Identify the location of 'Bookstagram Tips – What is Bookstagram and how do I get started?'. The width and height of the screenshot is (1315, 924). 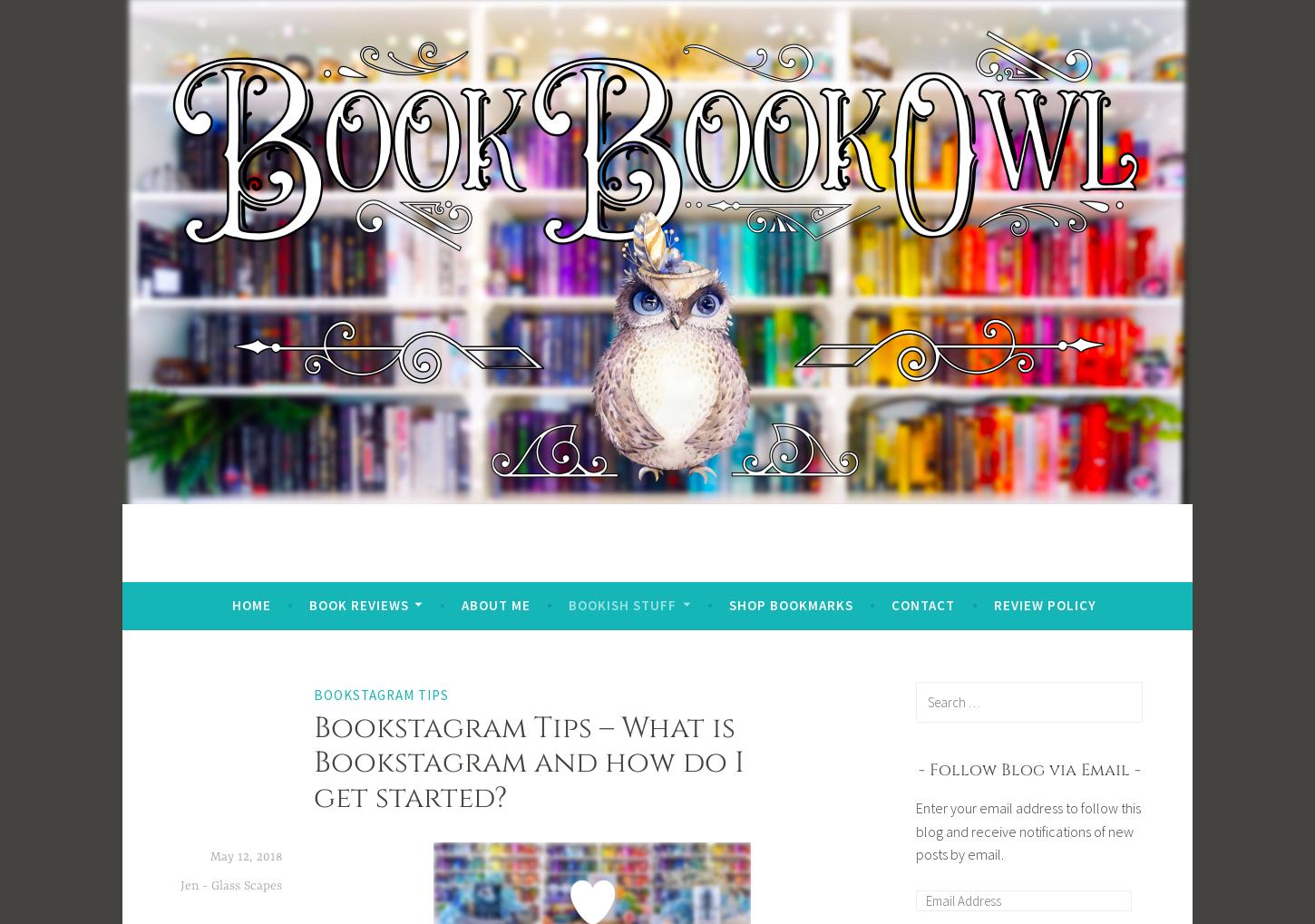
(529, 761).